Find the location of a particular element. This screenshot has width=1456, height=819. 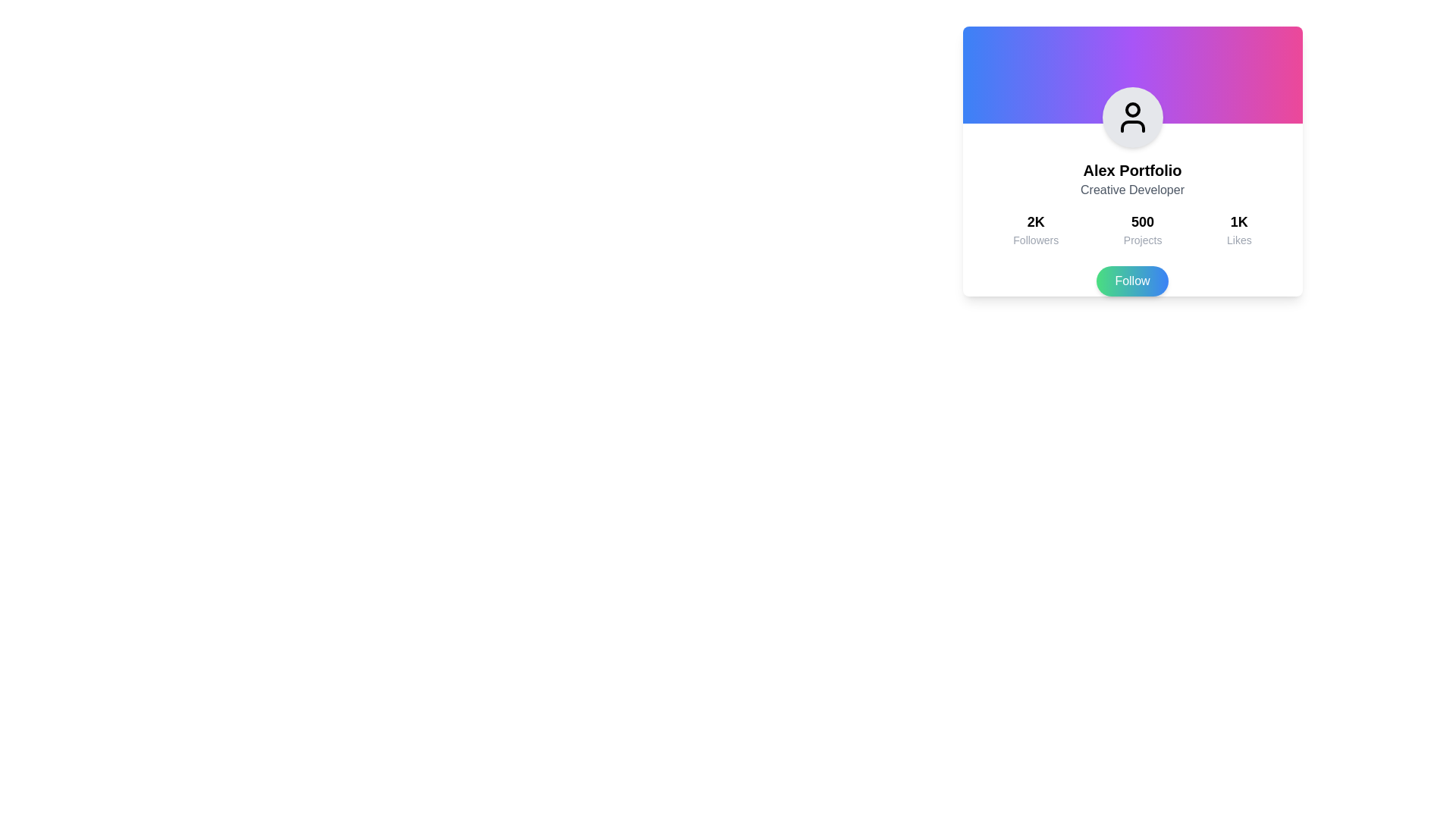

the circular graphical component of the user profile icon, which features a black stroke in the shape of a semicircle beneath the circle, located at the top center of the user information card is located at coordinates (1132, 109).